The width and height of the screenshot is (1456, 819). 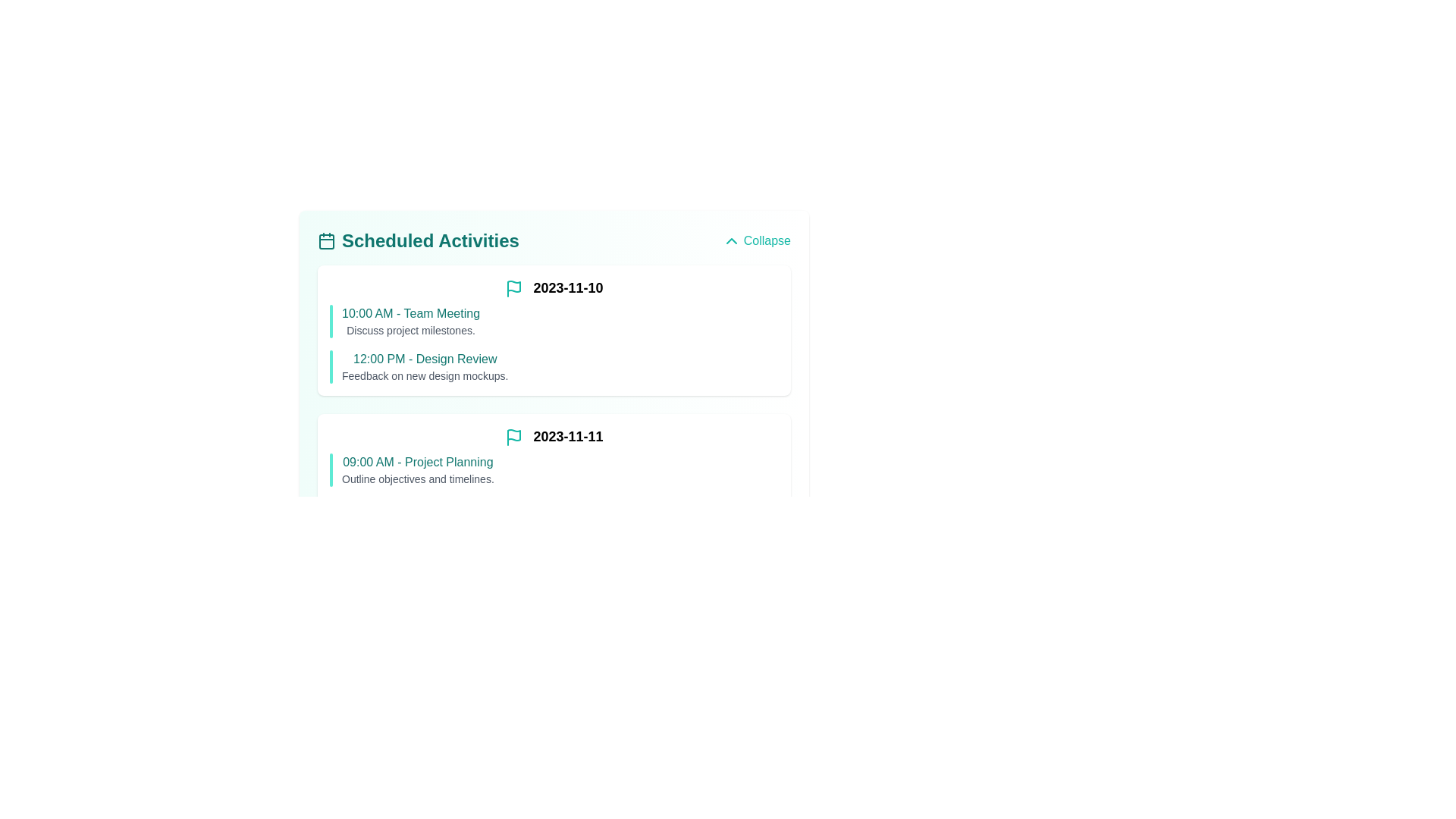 I want to click on the text label saying 'Discuss project milestones.' which is styled in a small gray font and located under the '10:00 AM - Team Meeting.' text in the 'Scheduled Activities' card, so click(x=411, y=329).